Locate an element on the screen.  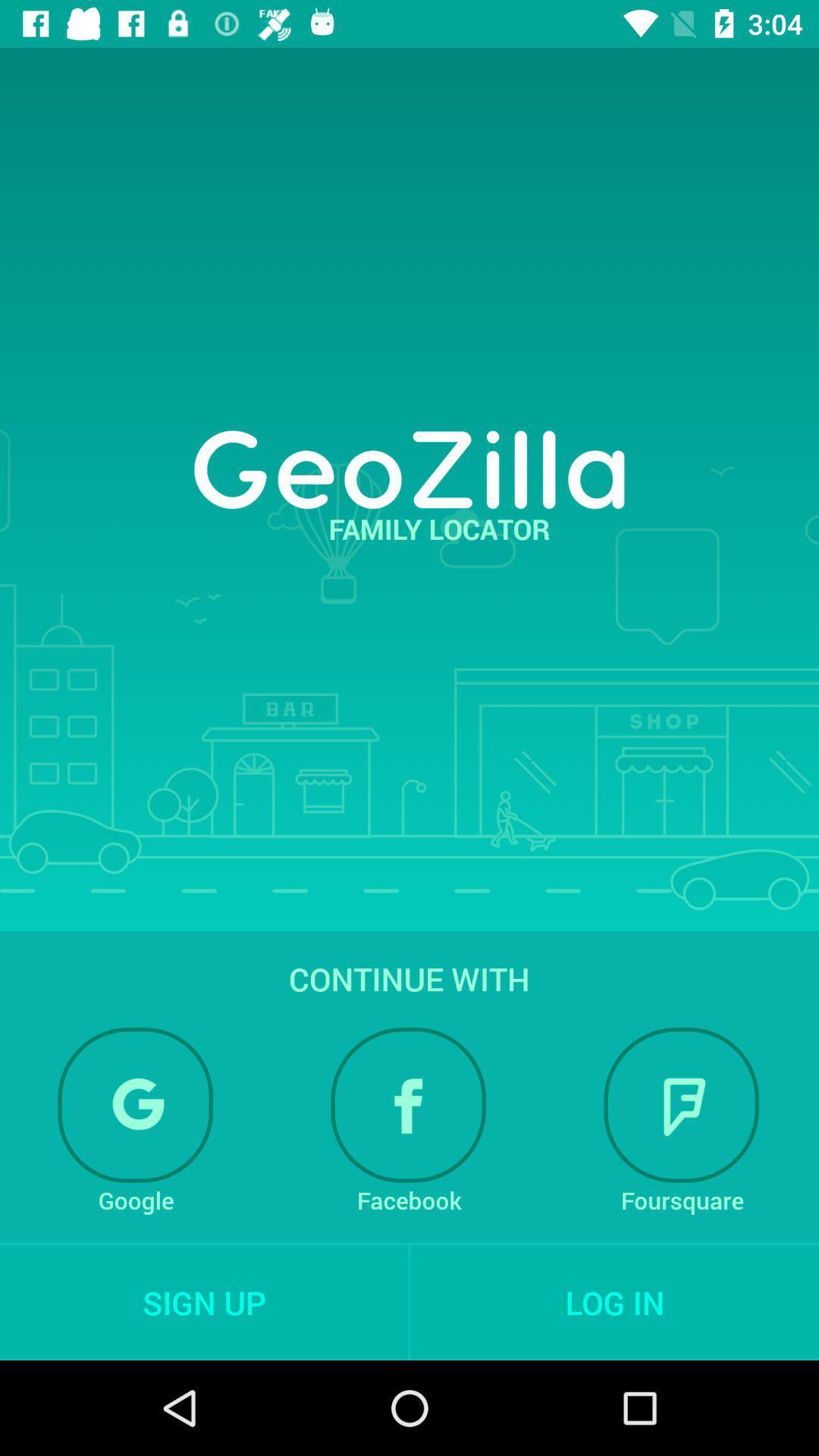
sign in geozilla with your facebook account is located at coordinates (408, 1105).